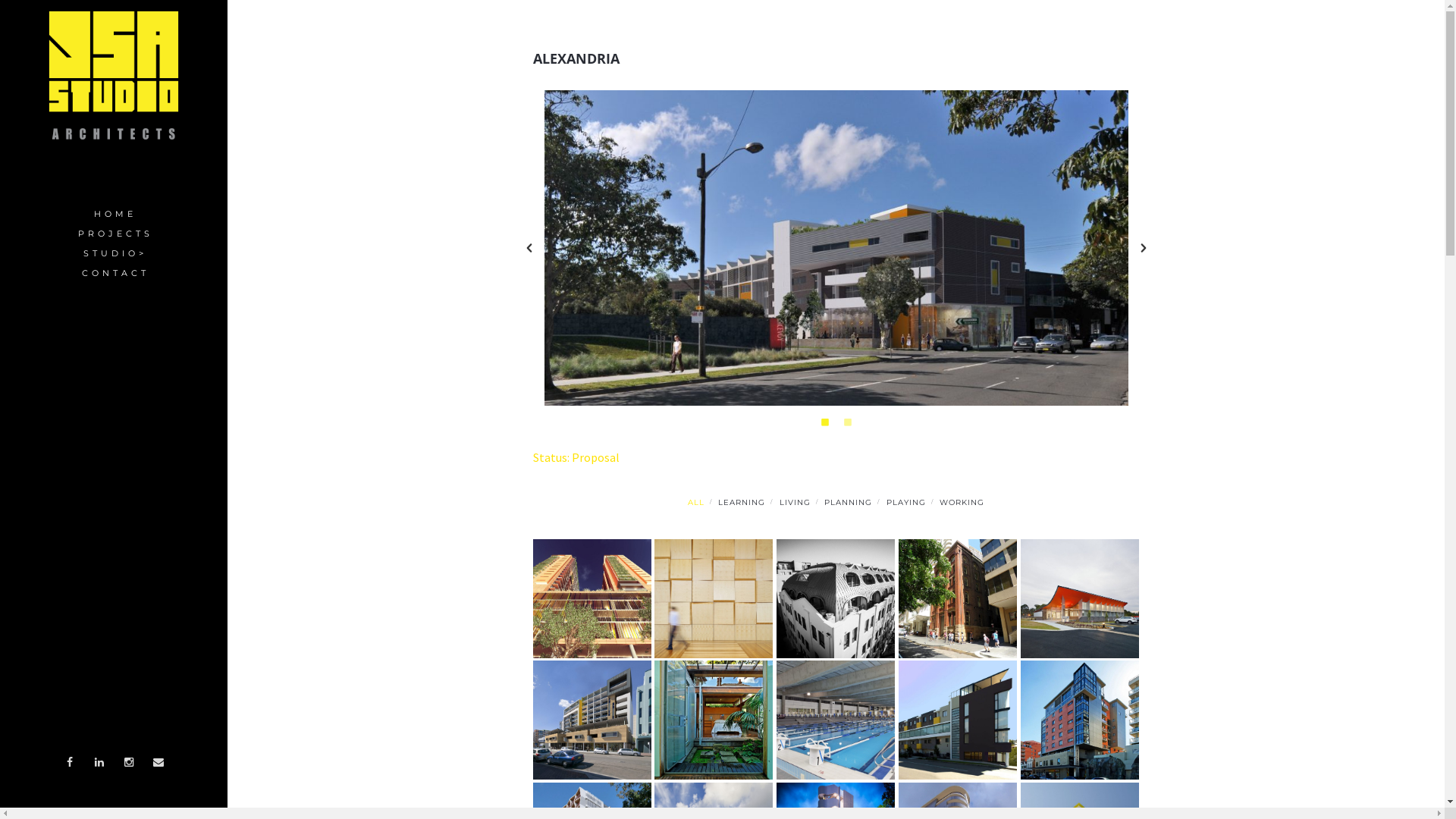 Image resolution: width=1456 pixels, height=819 pixels. What do you see at coordinates (112, 214) in the screenshot?
I see `'H O M E'` at bounding box center [112, 214].